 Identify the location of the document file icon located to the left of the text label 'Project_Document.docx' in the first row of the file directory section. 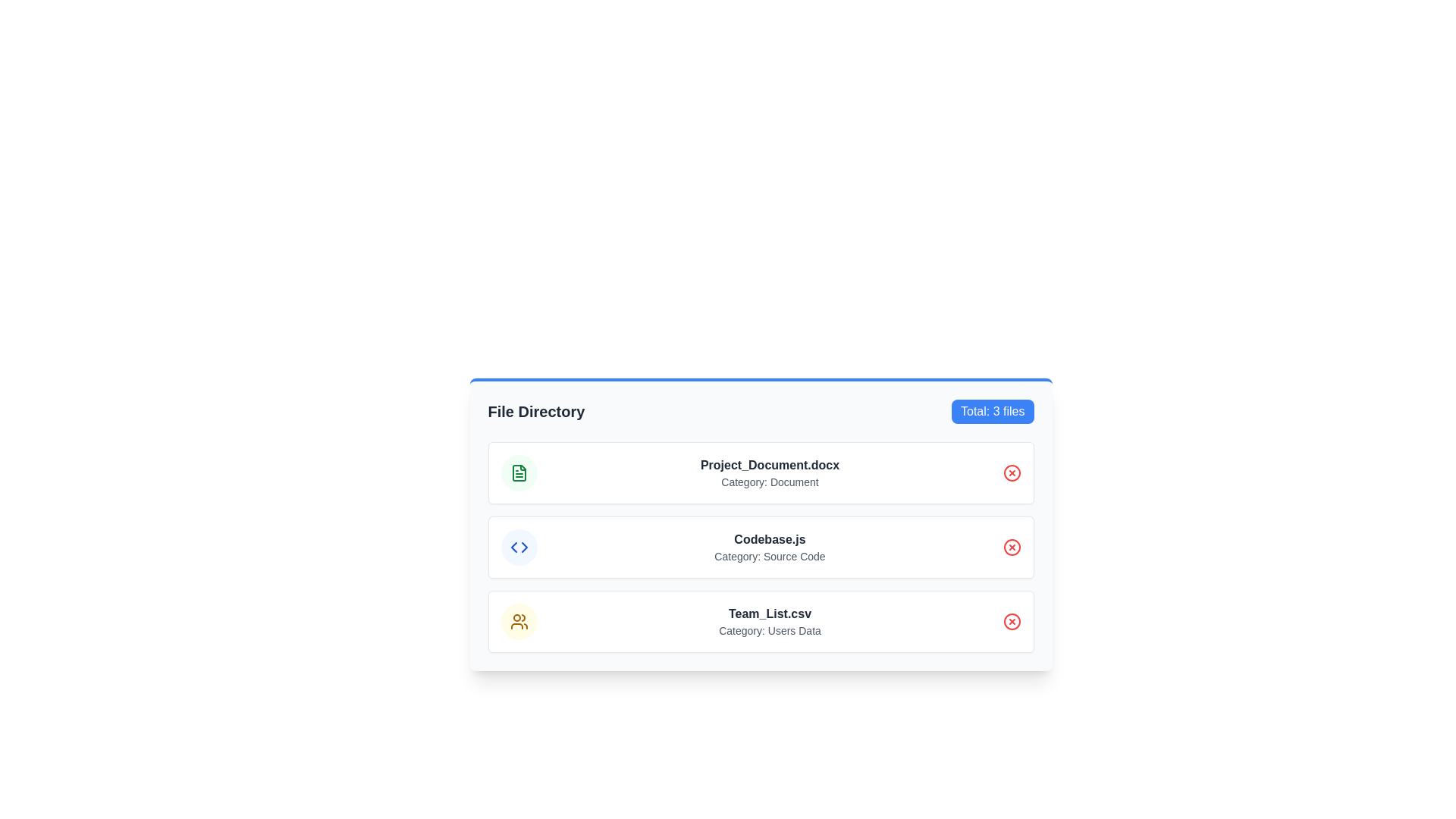
(519, 472).